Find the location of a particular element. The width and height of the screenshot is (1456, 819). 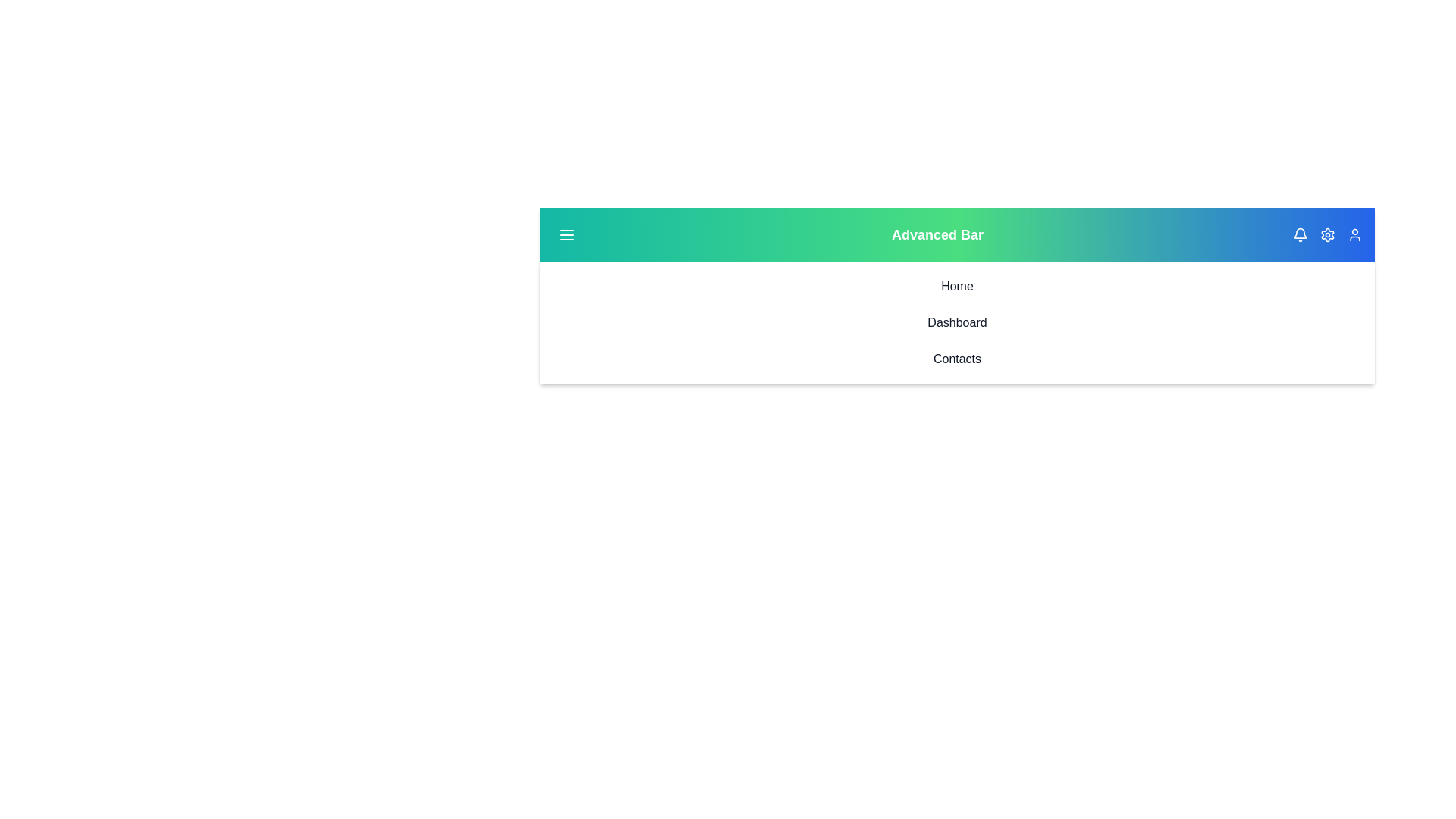

the 'Home' list item to navigate to the Home page is located at coordinates (956, 287).